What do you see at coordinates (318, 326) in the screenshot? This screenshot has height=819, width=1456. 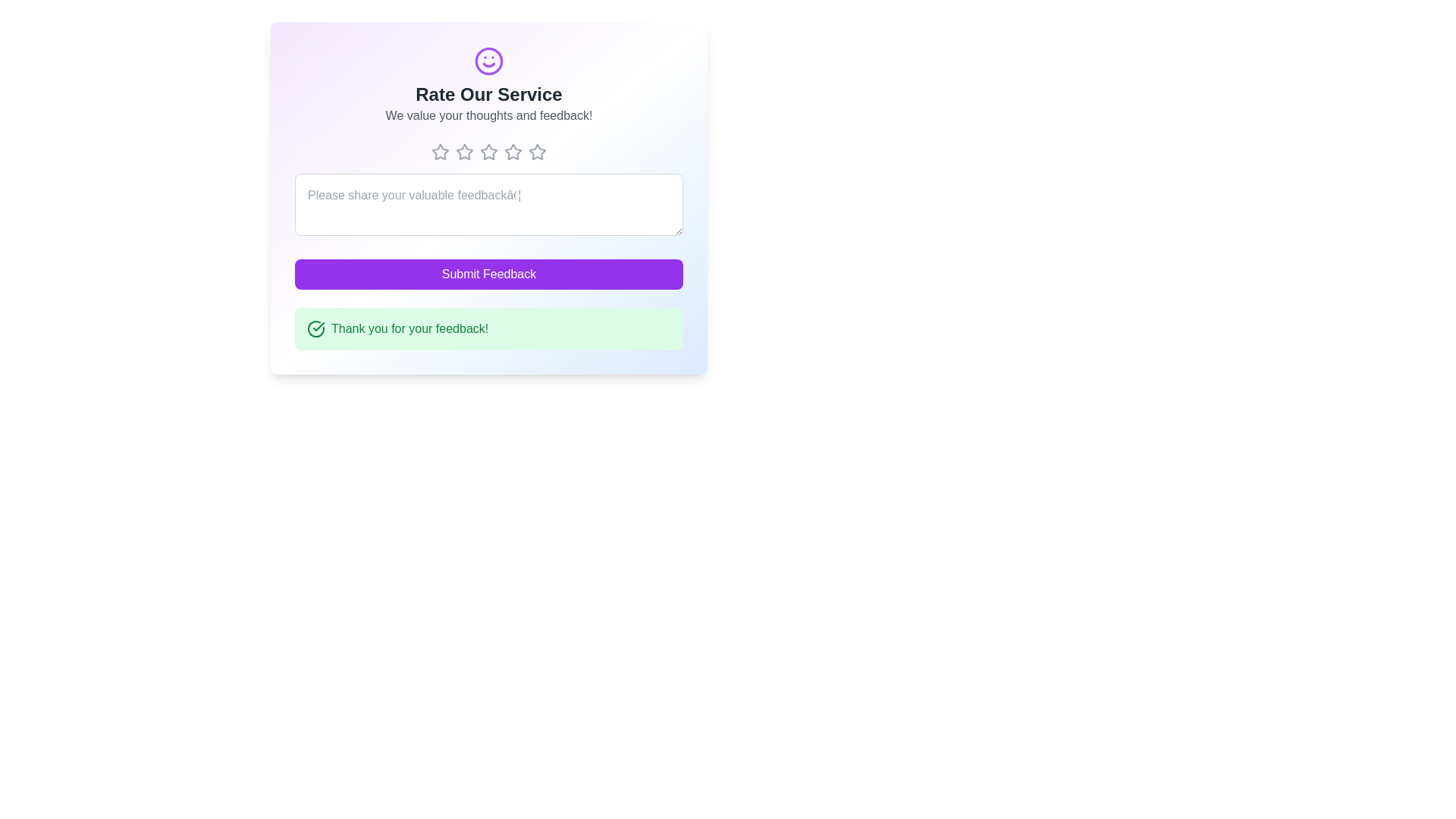 I see `the checkmark icon within the green notification box that indicates confirmation of feedback submission` at bounding box center [318, 326].